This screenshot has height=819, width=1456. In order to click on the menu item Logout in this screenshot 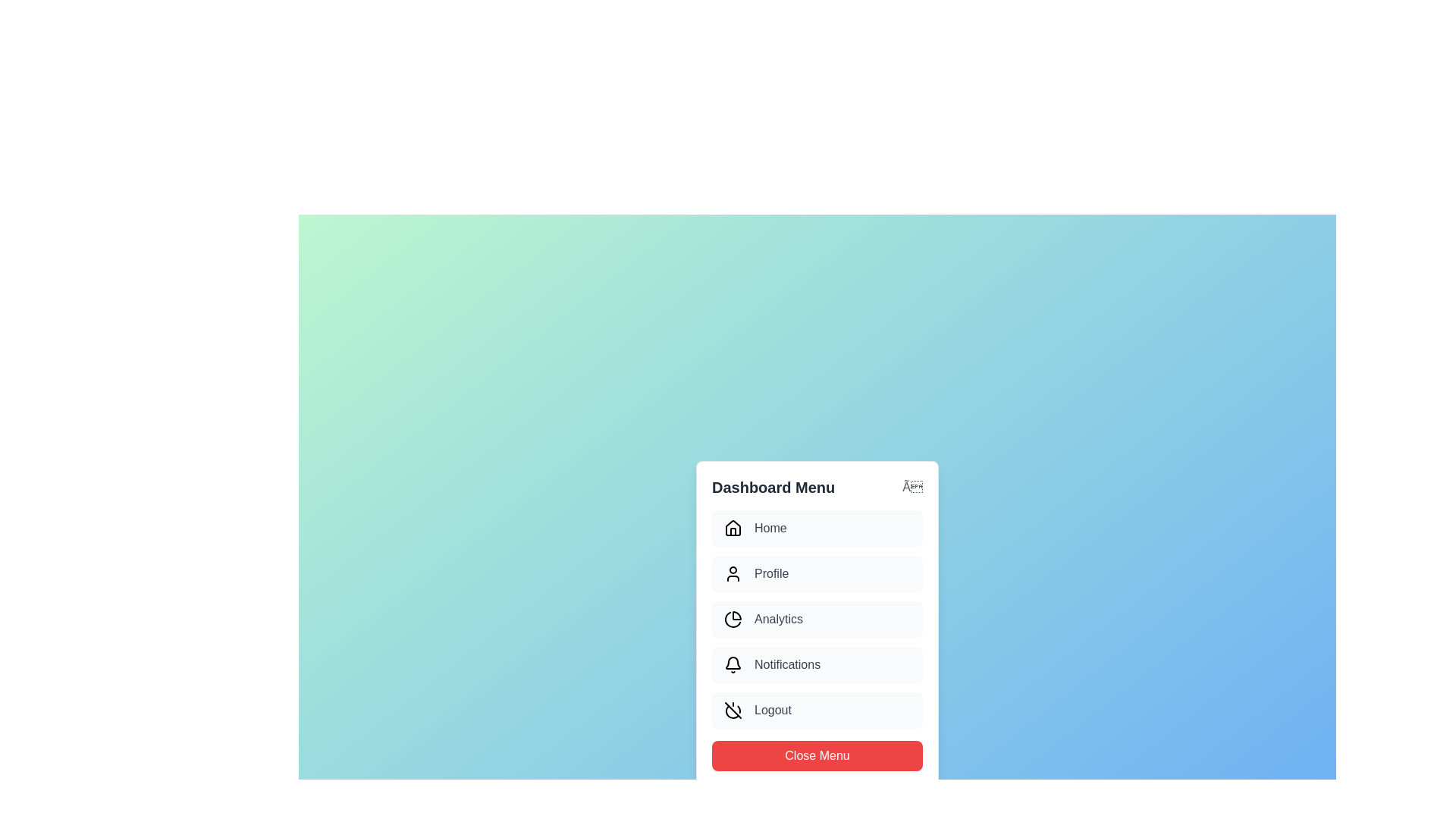, I will do `click(817, 711)`.